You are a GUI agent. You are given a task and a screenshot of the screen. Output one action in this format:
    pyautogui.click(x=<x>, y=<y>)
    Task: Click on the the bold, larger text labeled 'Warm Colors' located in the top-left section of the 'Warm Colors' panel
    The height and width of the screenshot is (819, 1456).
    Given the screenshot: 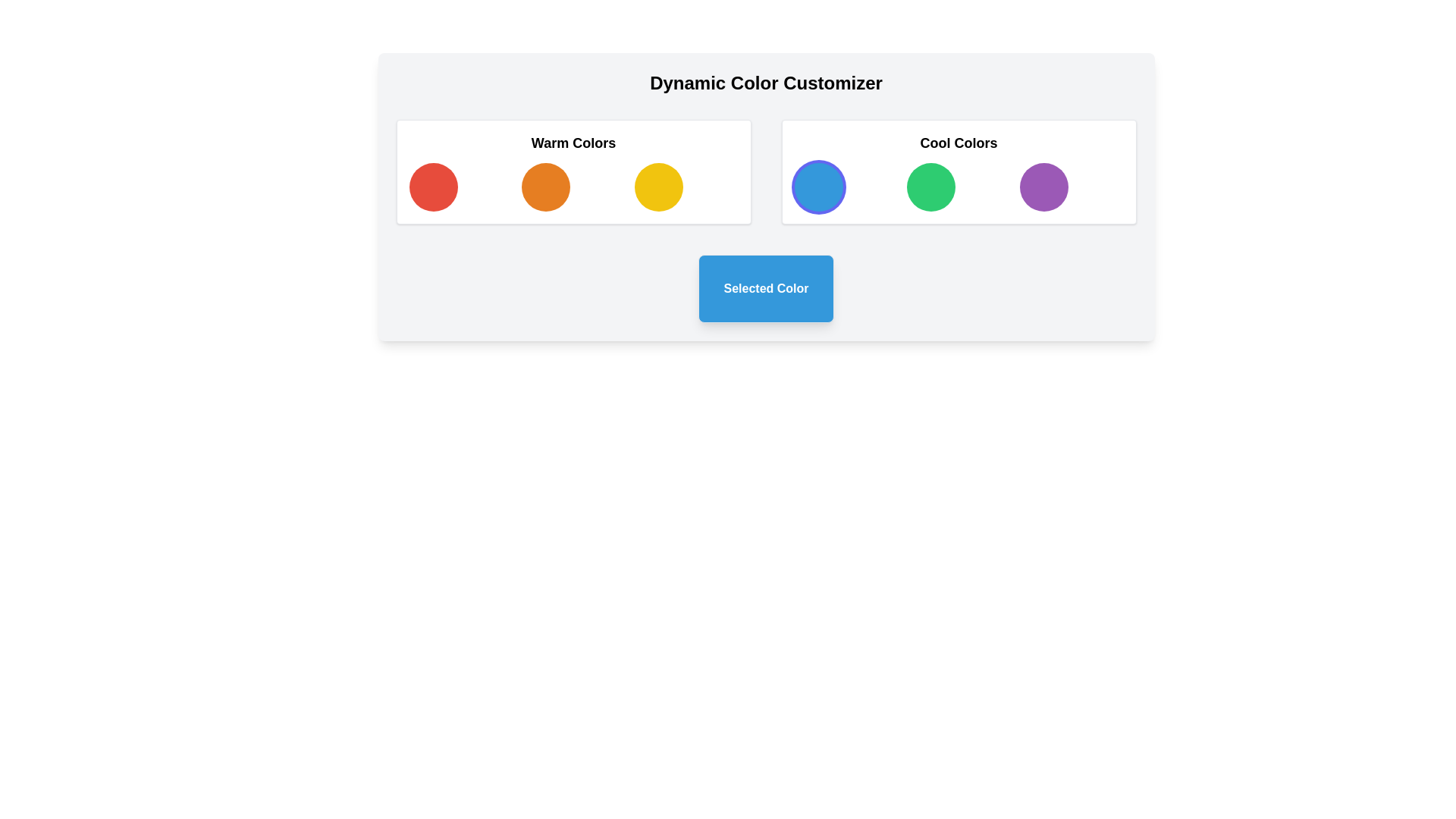 What is the action you would take?
    pyautogui.click(x=573, y=143)
    